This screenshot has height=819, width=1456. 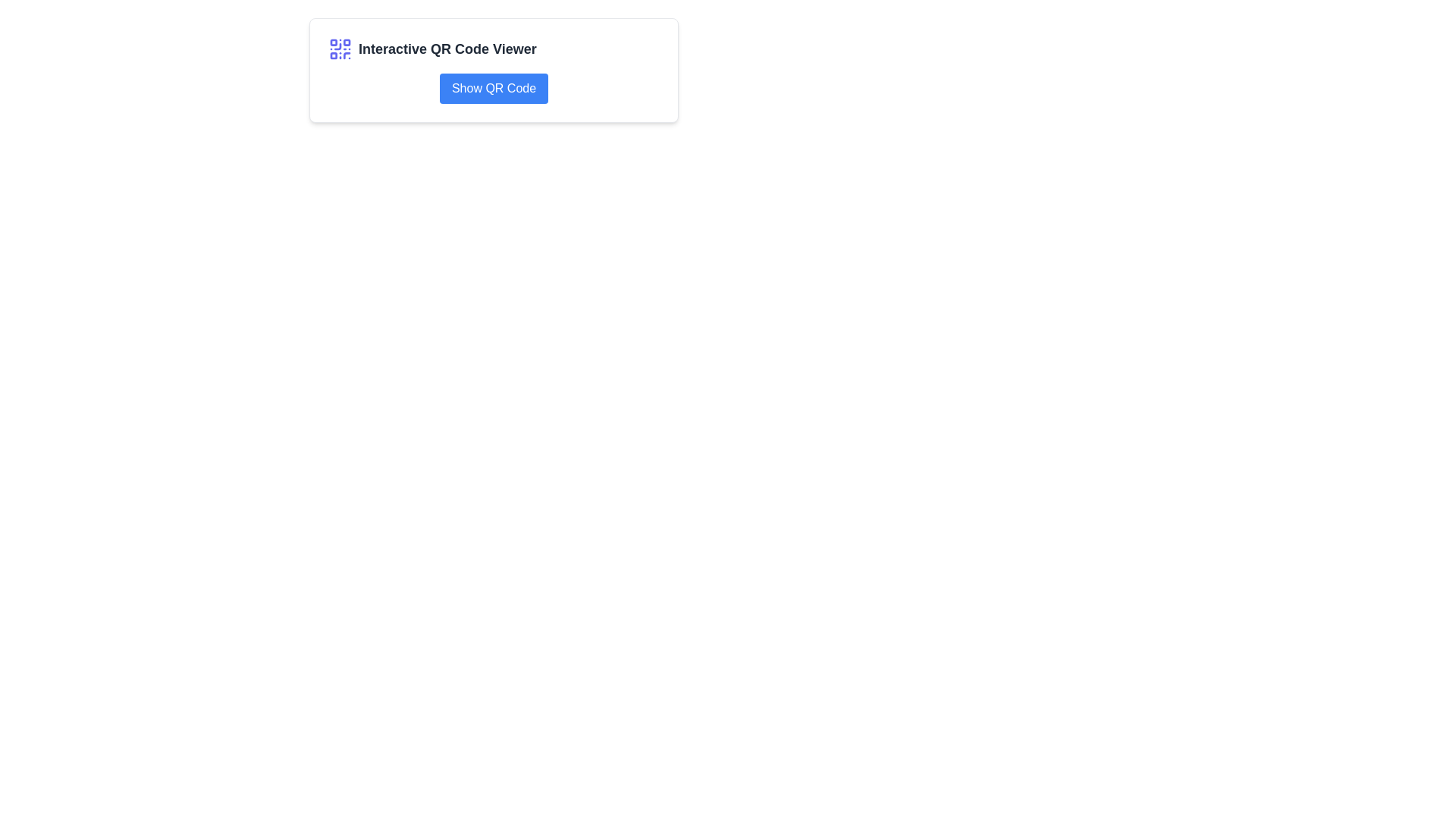 What do you see at coordinates (340, 49) in the screenshot?
I see `the QR Code icon, which is indigo with a rounded outline, located to the left of the 'Interactive QR Code Viewer' text` at bounding box center [340, 49].